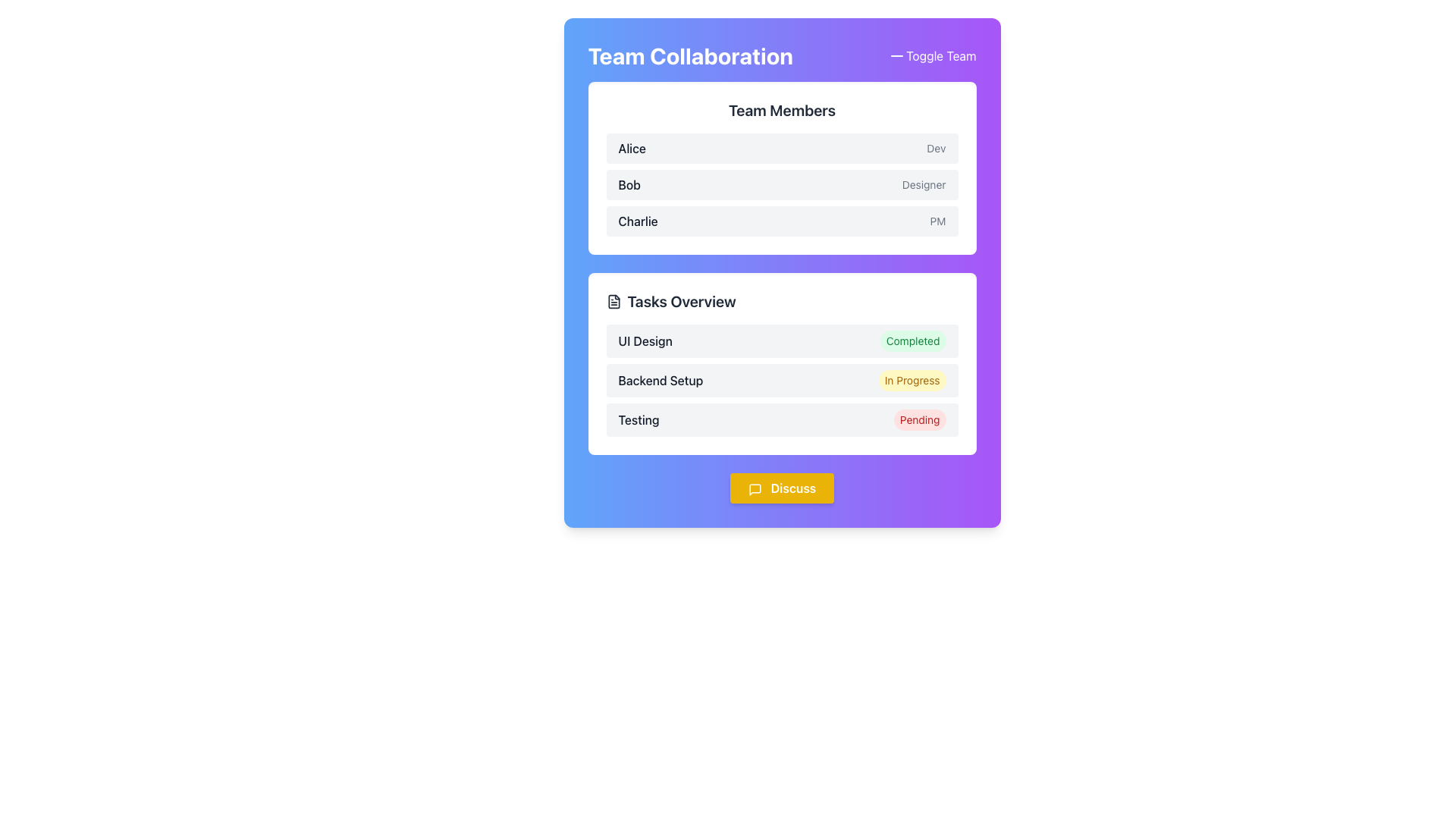 This screenshot has height=819, width=1456. I want to click on the informational text label that signifies 'Designer' associated with 'Bob', so click(923, 184).